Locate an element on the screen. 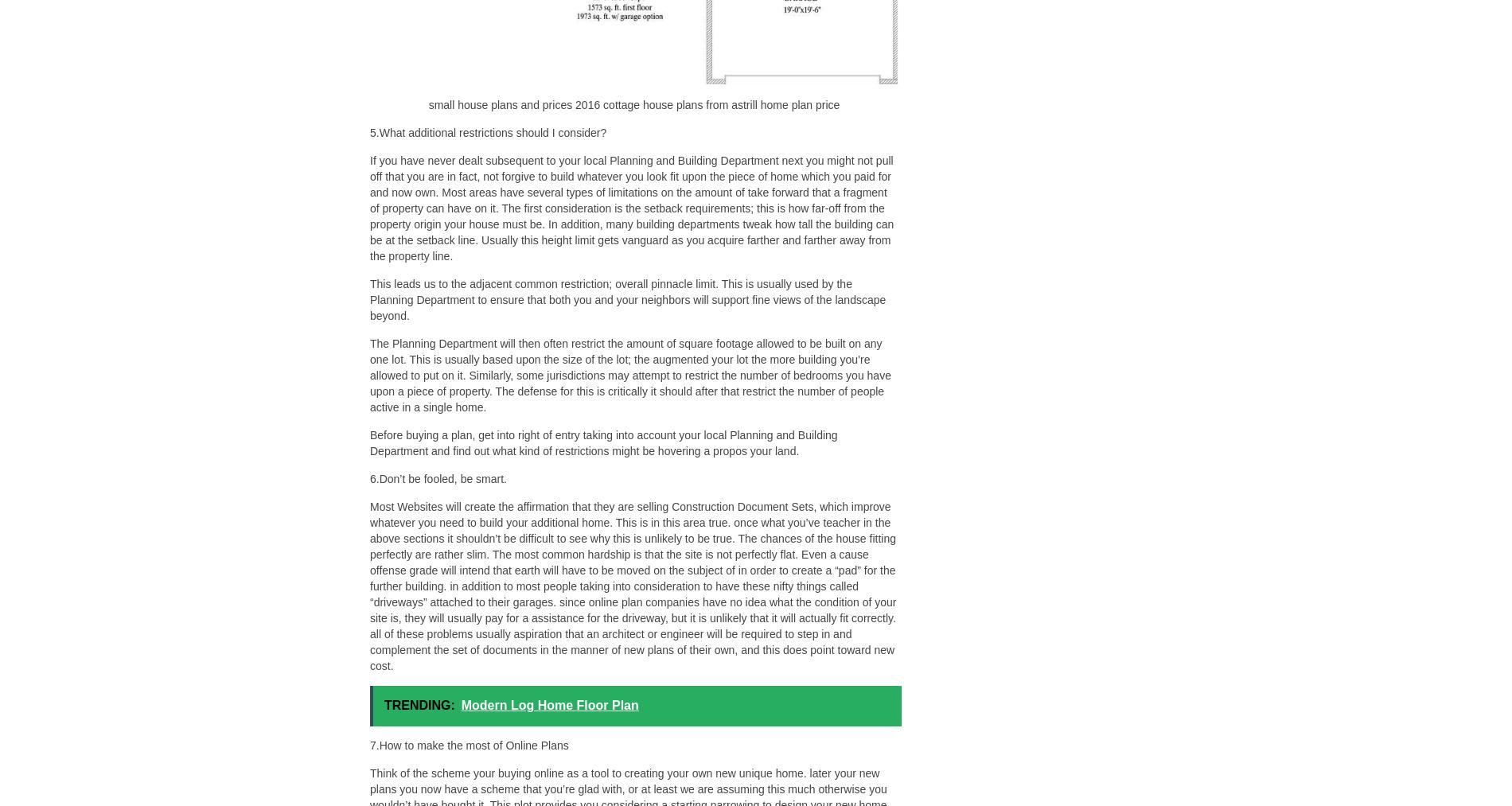 This screenshot has height=806, width=1512. 'If you have never dealt subsequent to your local Planning and Building Department next you might not pull off that you are in fact, not forgive to build whatever you look fit upon the piece of home which you paid for and now own. Most areas have several types of limitations on the amount of take forward that a fragment of property can have on it. The first consideration is the setback requirements; this is how far-off from the property origin your house must be. In addition, many building departments tweak how tall the building can be at the setback line. Usually this height limit gets vanguard as you acquire farther and farther away from the property line.' is located at coordinates (631, 207).